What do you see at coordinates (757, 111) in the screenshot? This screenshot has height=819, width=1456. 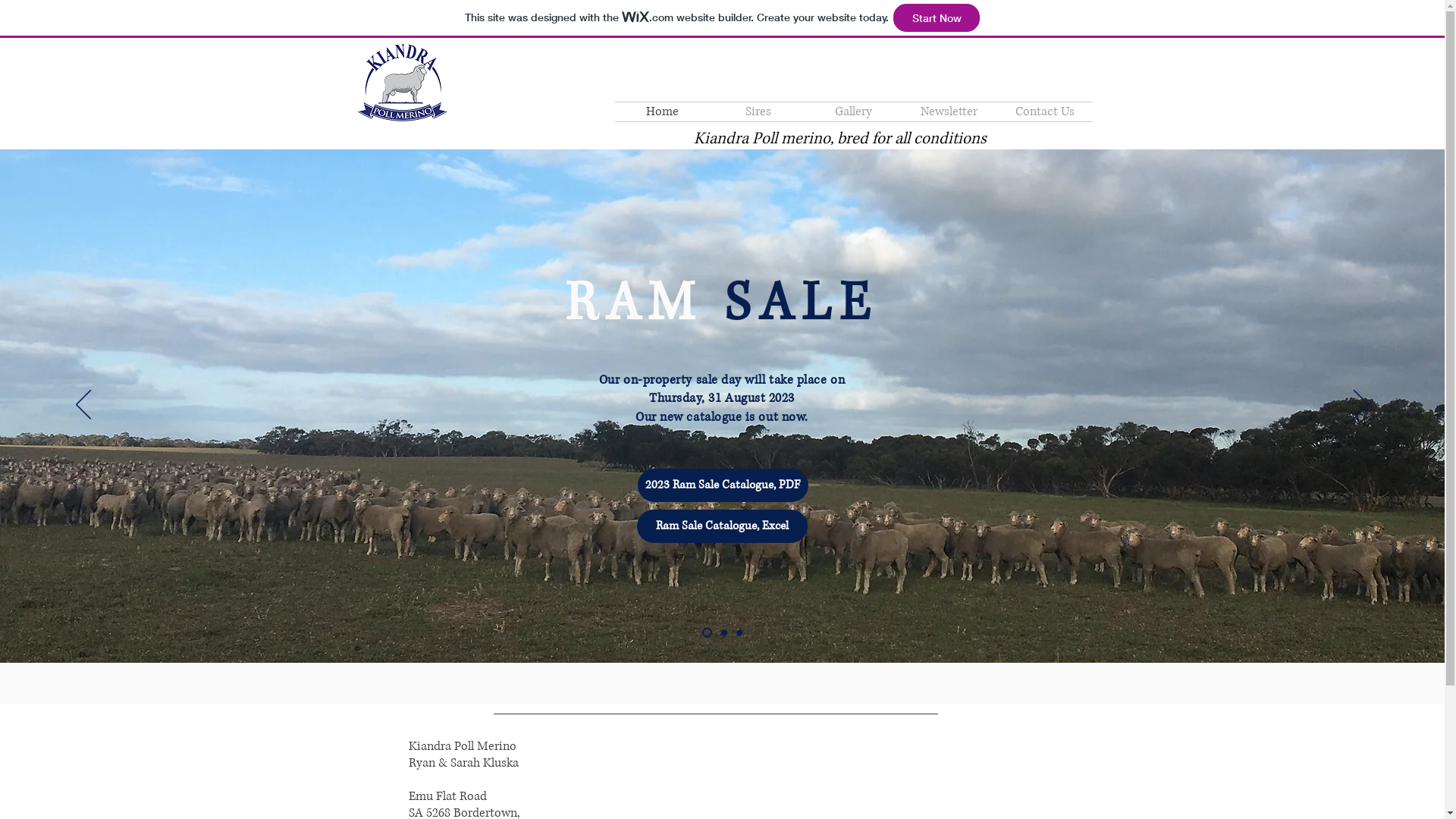 I see `'Sires'` at bounding box center [757, 111].